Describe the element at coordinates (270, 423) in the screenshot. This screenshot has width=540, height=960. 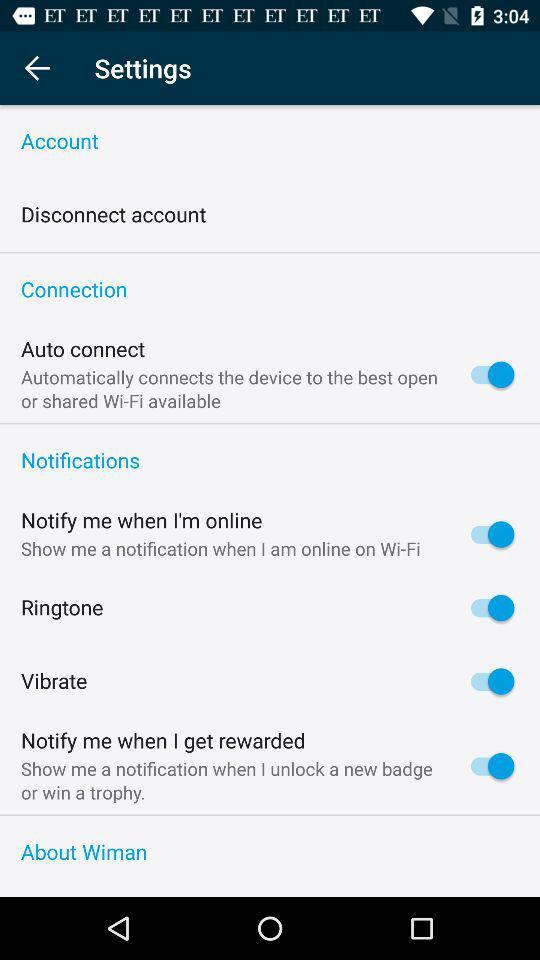
I see `the icon below automatically connects the icon` at that location.